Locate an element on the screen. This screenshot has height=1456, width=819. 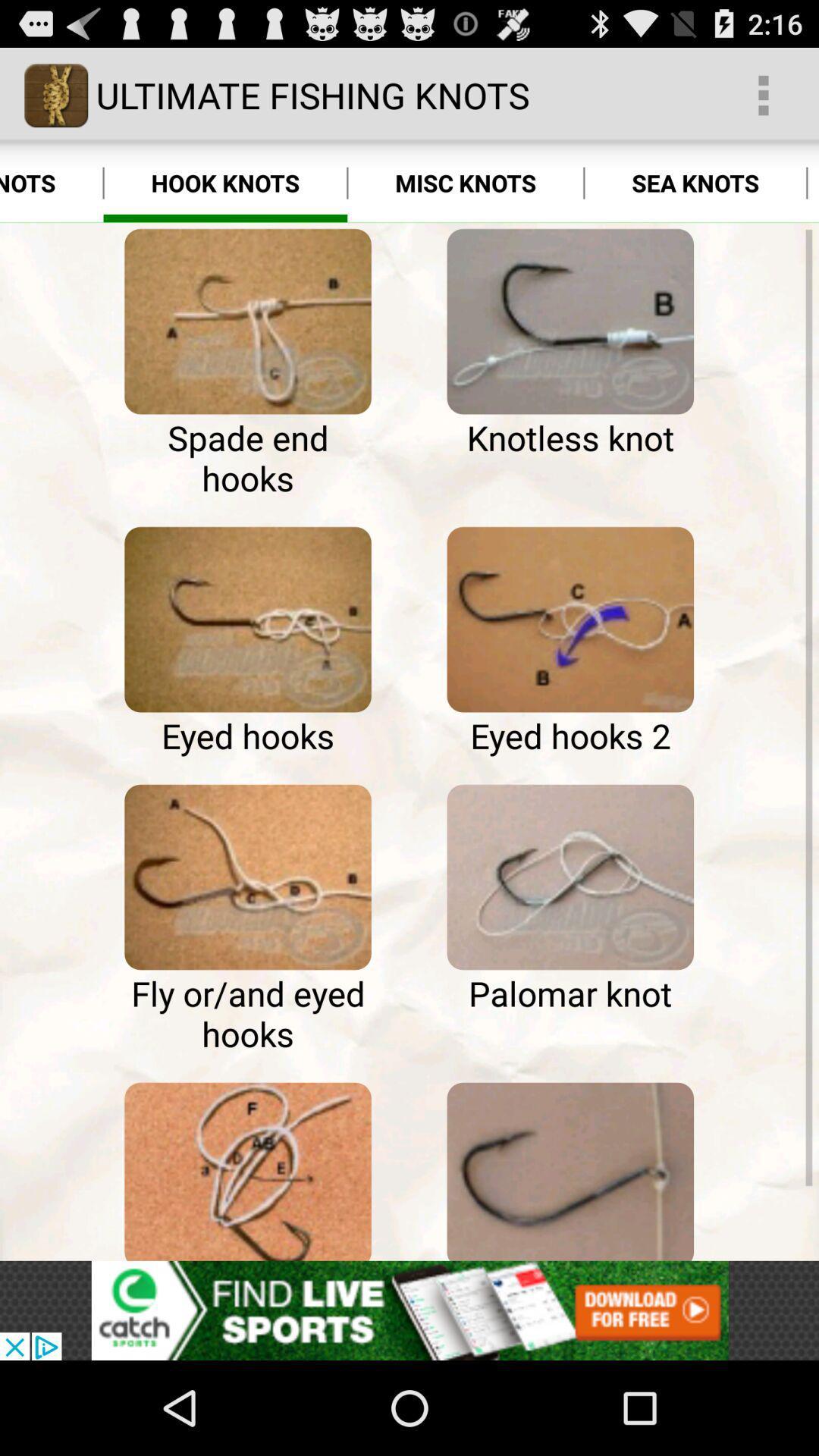
image page is located at coordinates (247, 877).